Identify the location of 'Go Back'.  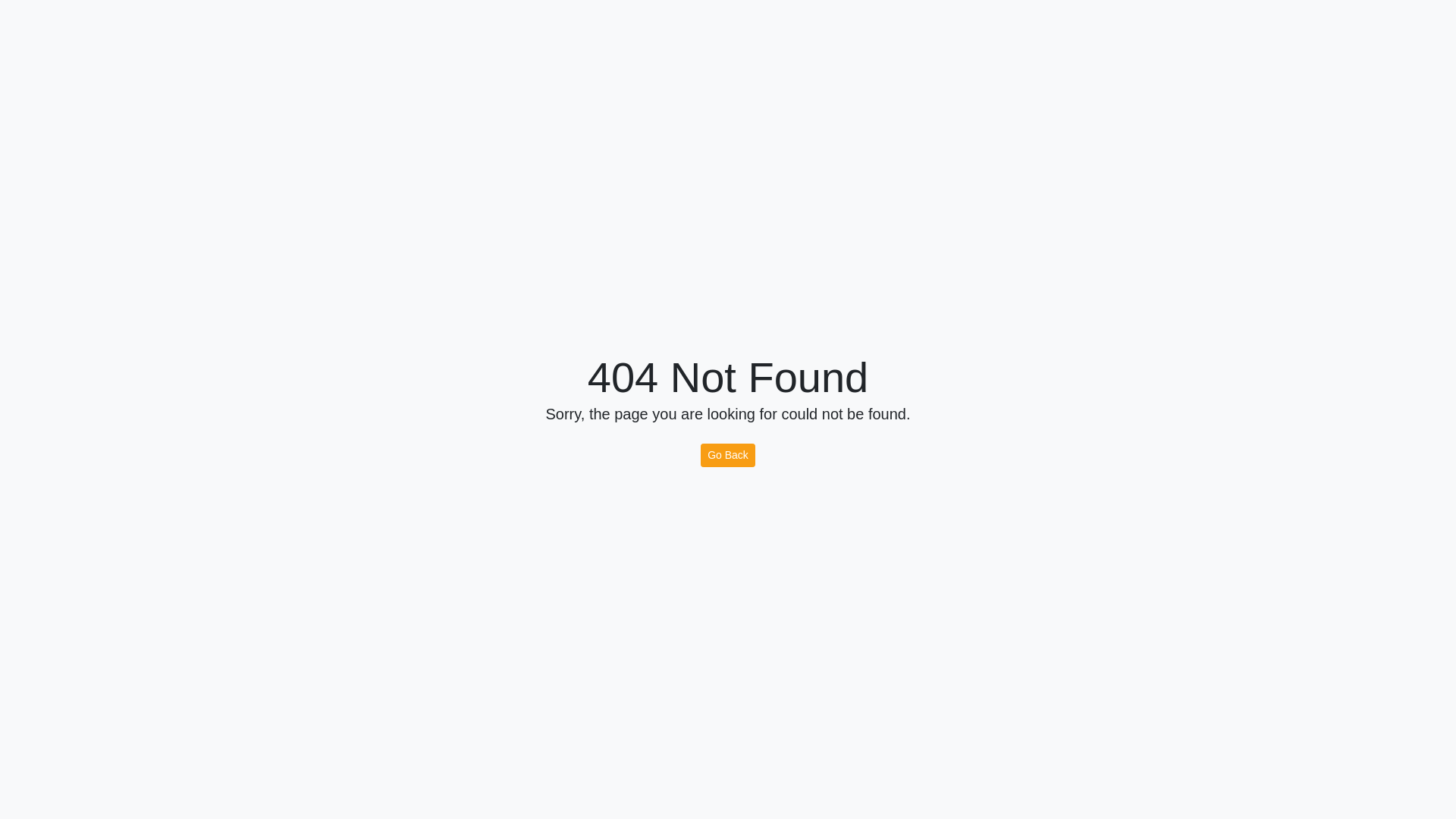
(728, 454).